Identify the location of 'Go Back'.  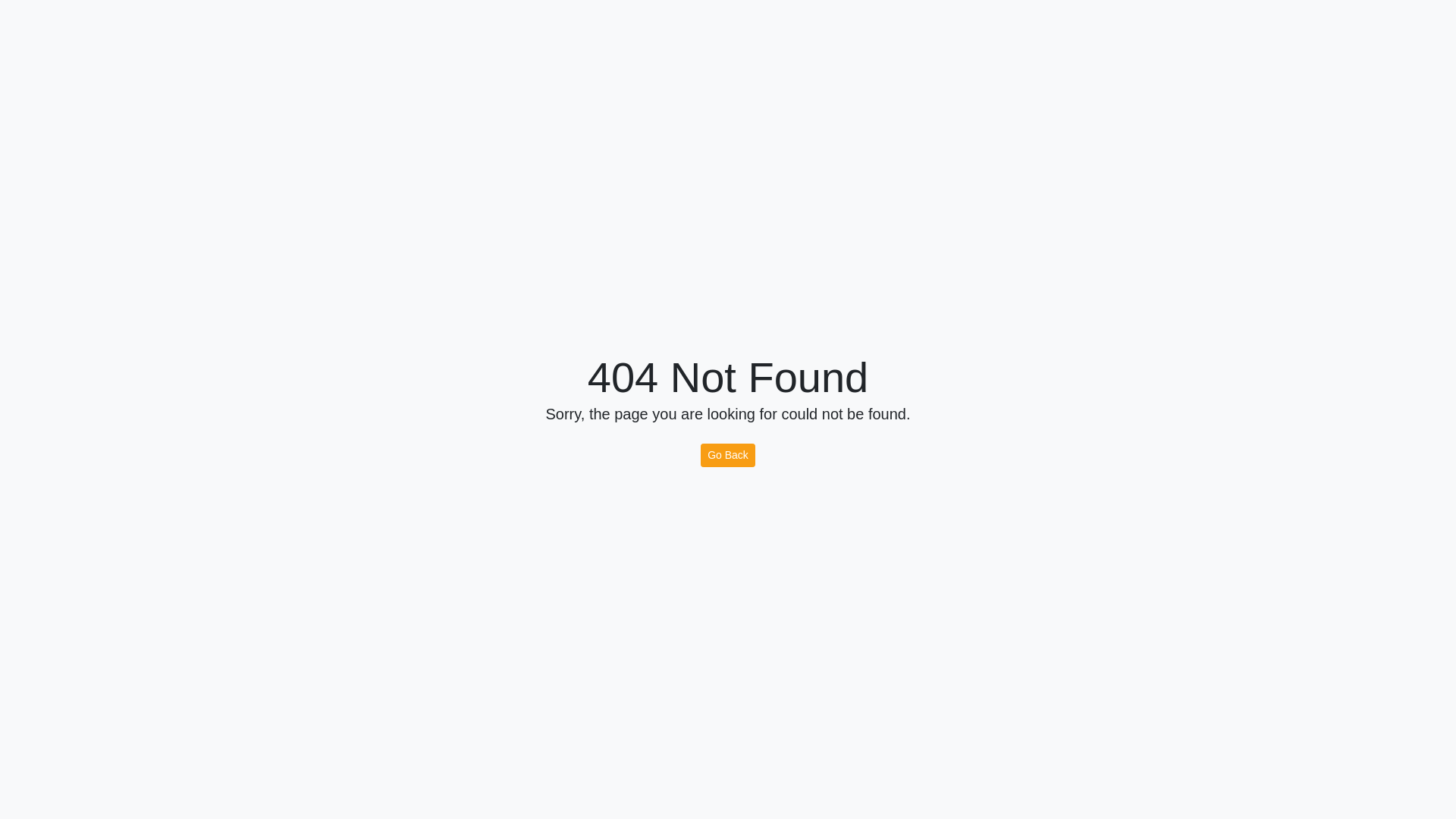
(728, 454).